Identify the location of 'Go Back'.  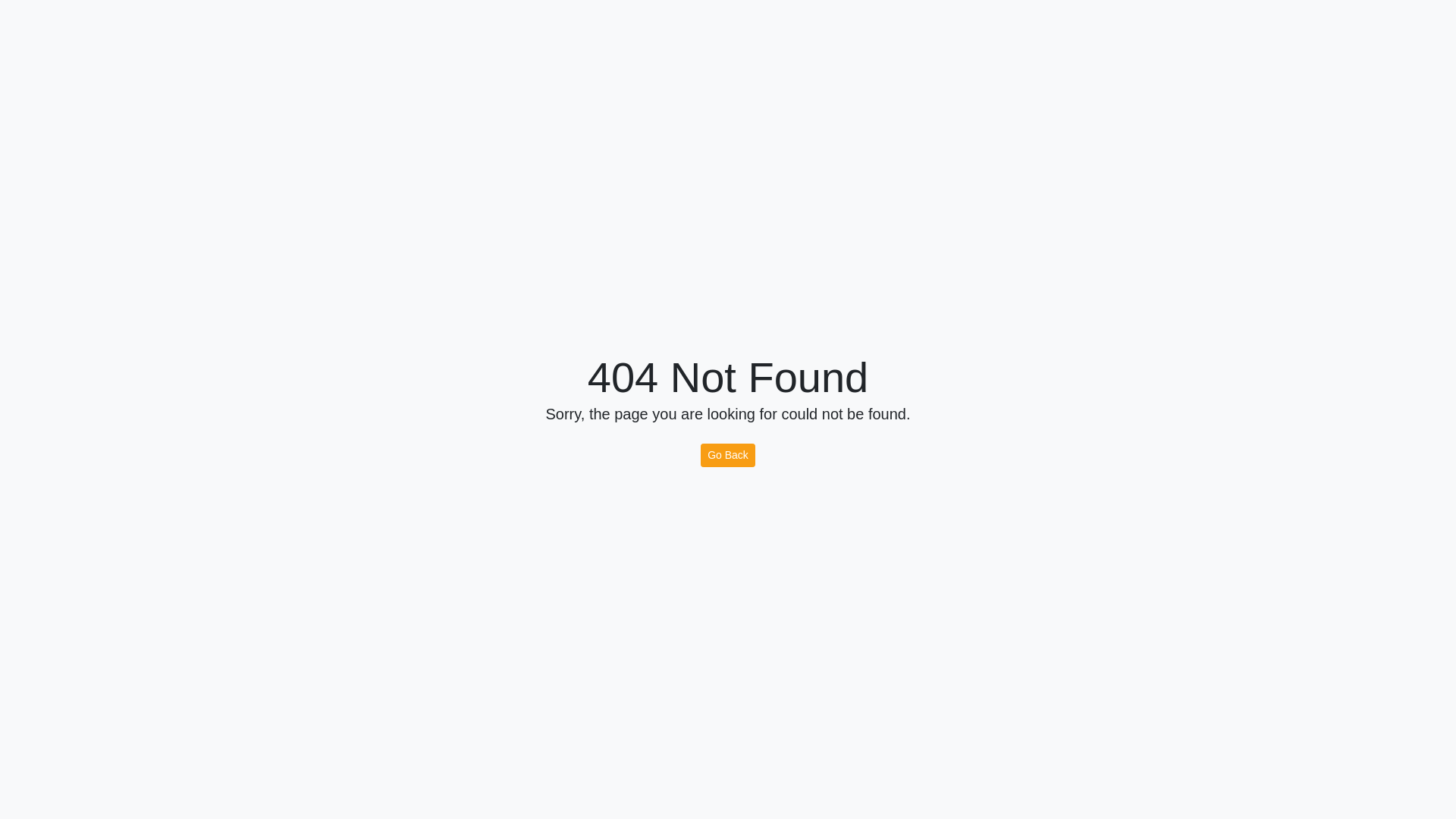
(728, 454).